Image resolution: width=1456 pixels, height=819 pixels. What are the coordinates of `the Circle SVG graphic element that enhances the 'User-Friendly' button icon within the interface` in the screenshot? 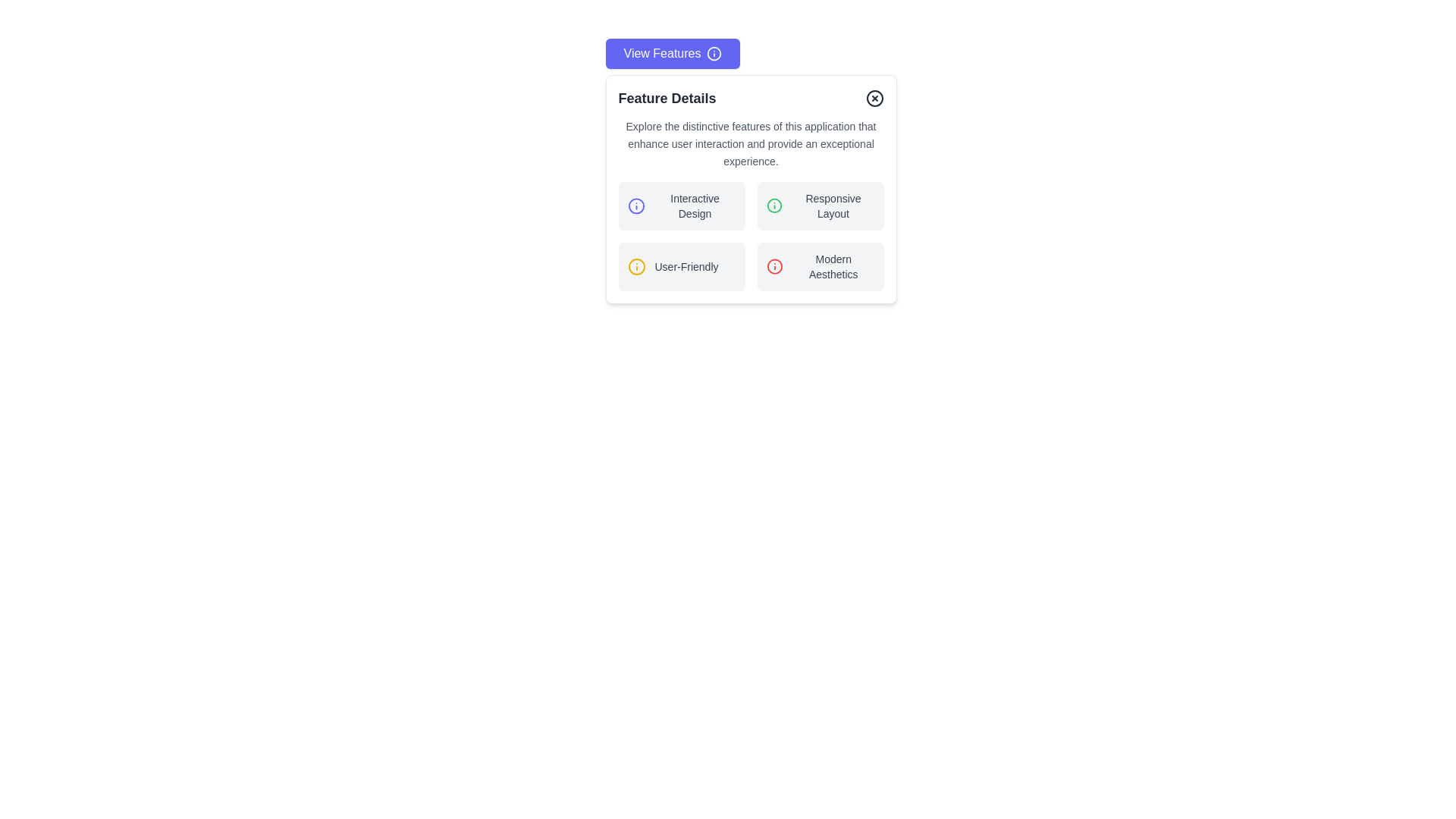 It's located at (636, 266).